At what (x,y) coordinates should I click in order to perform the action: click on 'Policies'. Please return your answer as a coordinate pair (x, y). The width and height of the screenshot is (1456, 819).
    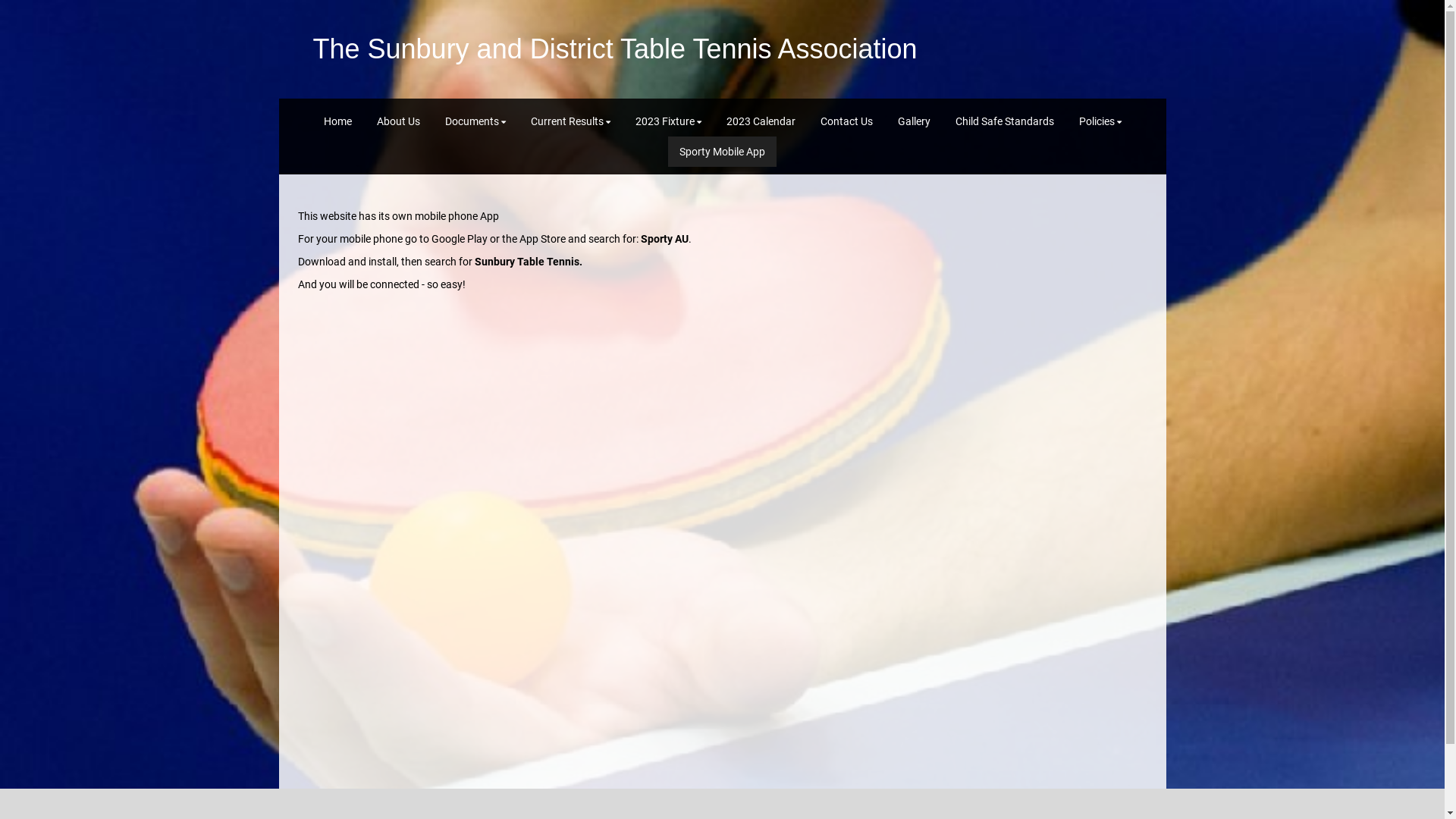
    Looking at the image, I should click on (1100, 120).